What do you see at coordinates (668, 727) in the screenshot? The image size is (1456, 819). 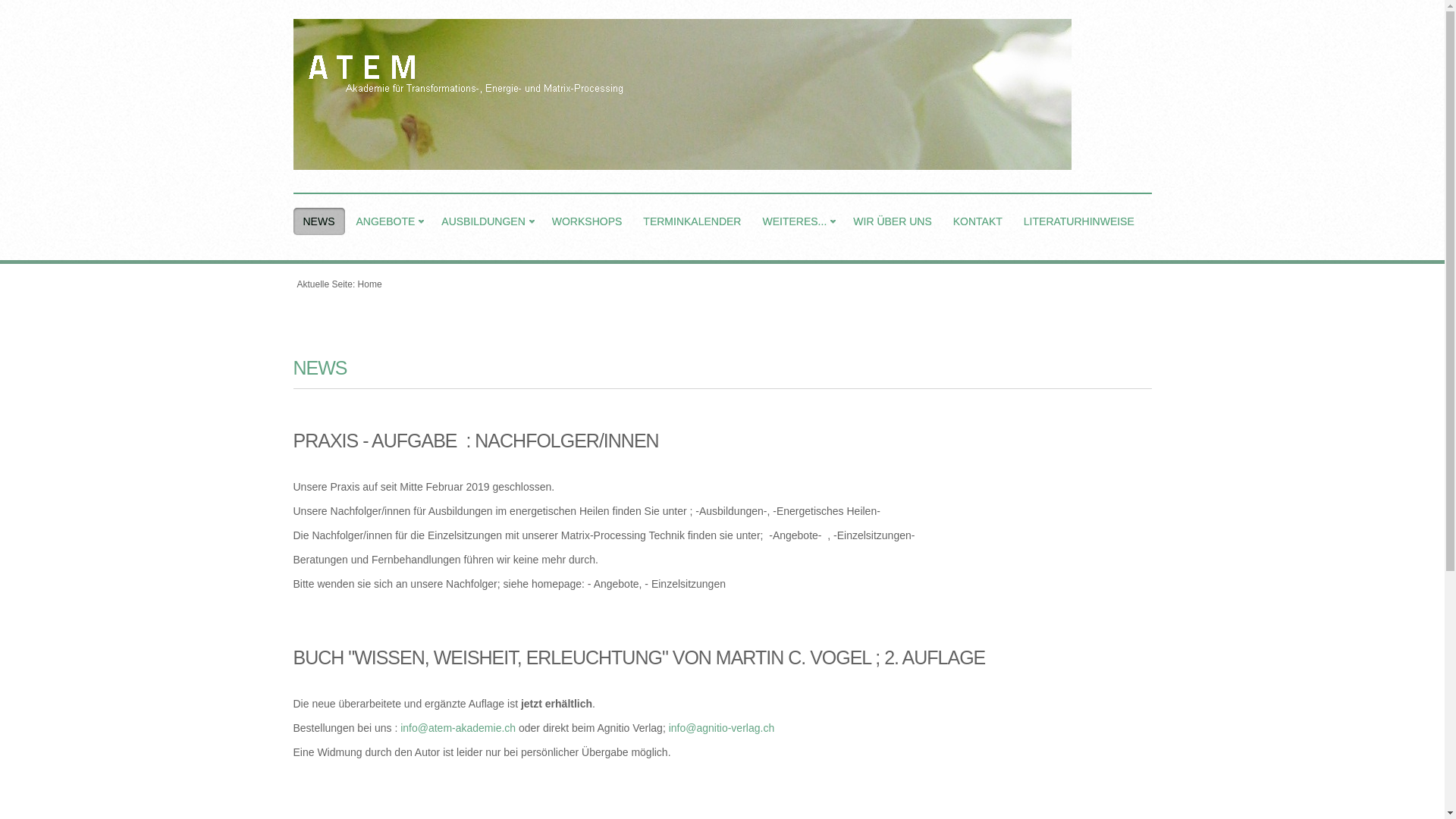 I see `'info@agnitio-verlag.ch'` at bounding box center [668, 727].